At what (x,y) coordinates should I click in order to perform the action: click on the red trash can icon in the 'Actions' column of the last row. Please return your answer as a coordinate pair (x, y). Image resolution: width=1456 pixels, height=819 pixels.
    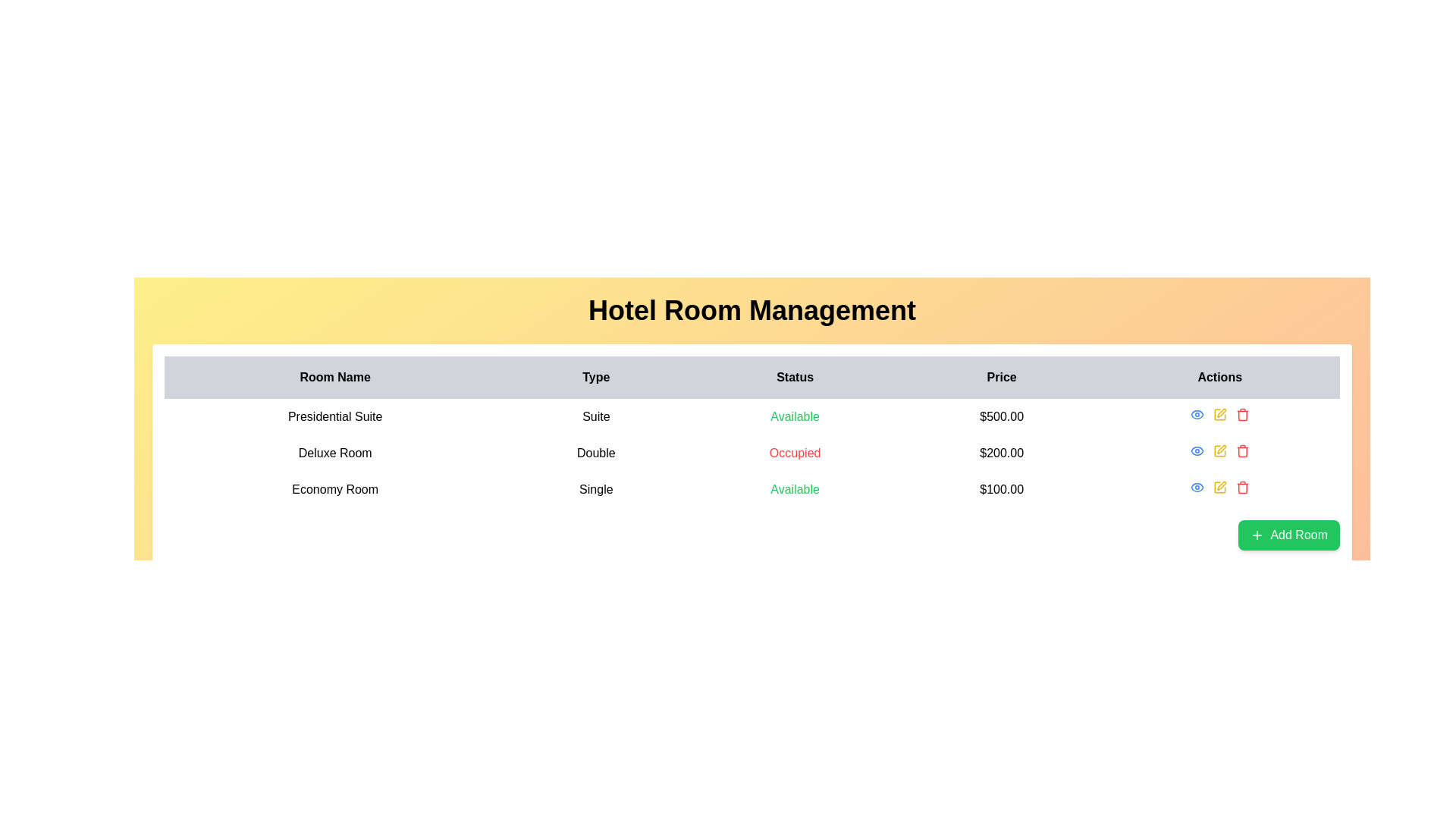
    Looking at the image, I should click on (1242, 488).